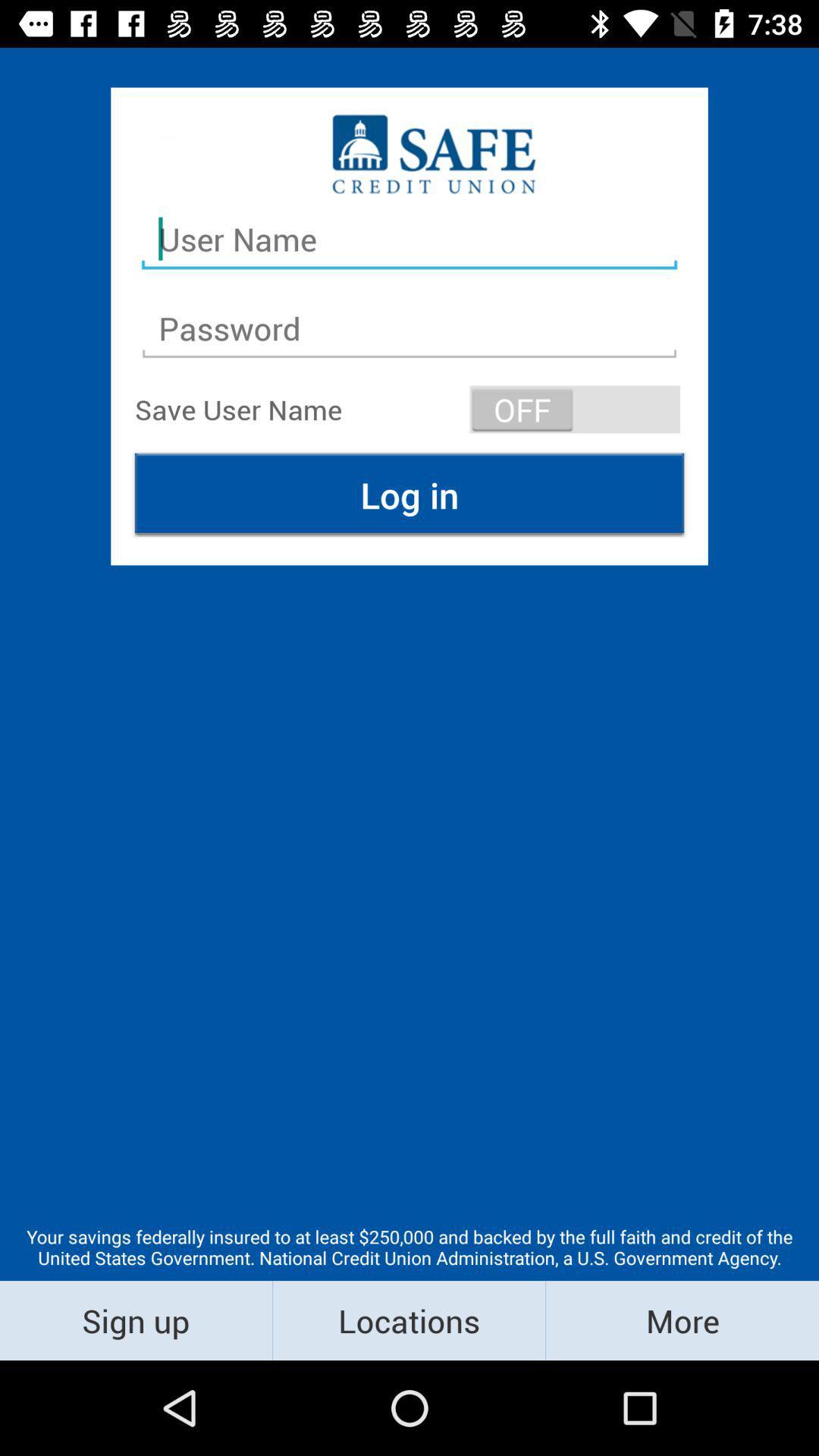 The width and height of the screenshot is (819, 1456). What do you see at coordinates (681, 1319) in the screenshot?
I see `the icon next to locations item` at bounding box center [681, 1319].